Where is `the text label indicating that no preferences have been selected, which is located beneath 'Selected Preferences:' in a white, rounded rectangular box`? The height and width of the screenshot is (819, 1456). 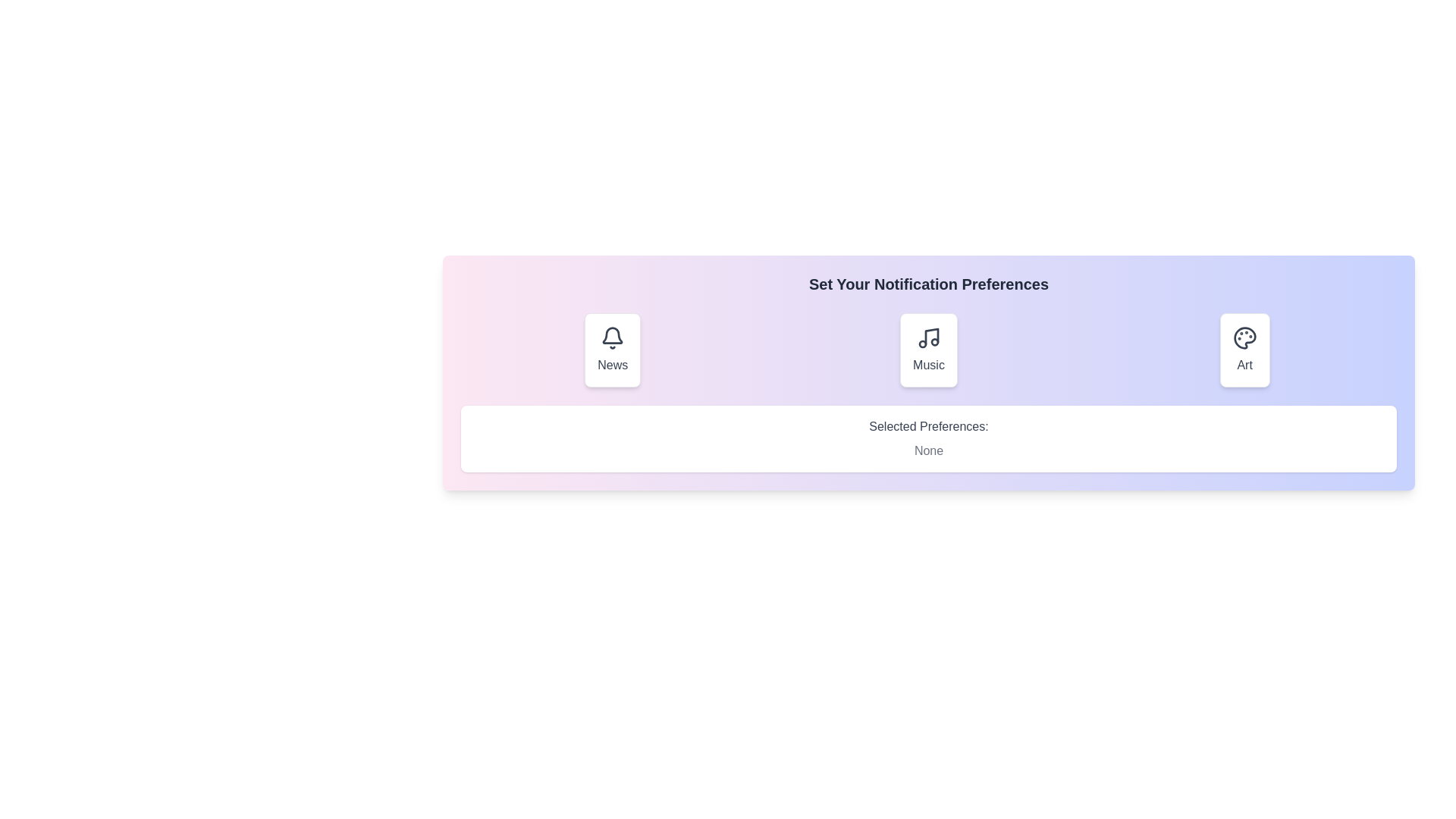
the text label indicating that no preferences have been selected, which is located beneath 'Selected Preferences:' in a white, rounded rectangular box is located at coordinates (927, 450).